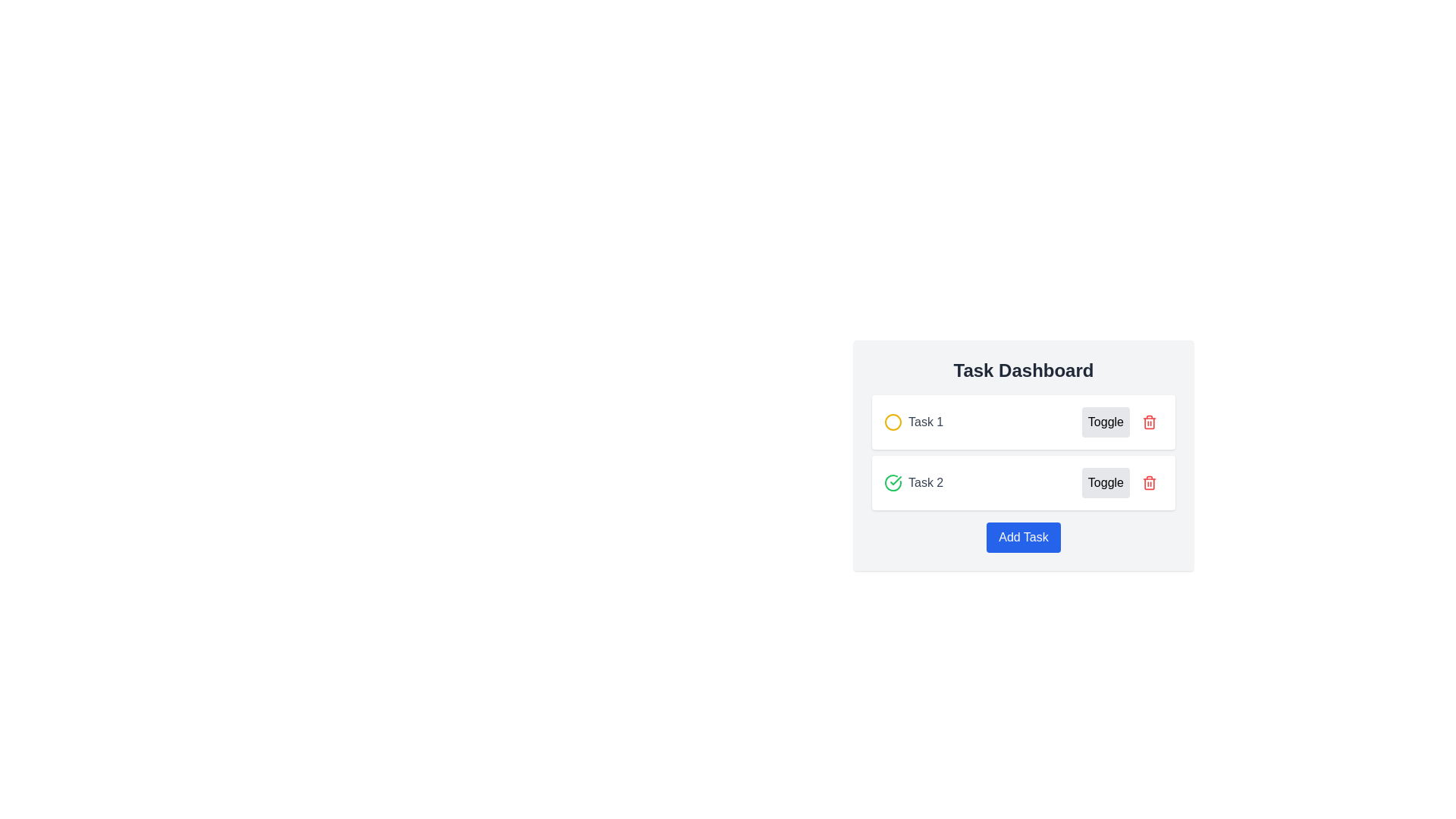  Describe the element at coordinates (913, 422) in the screenshot. I see `text content of the grayish 'Task 1' label located in the first task row of the task list under 'Task Dashboard', adjacent to a yellow circular icon` at that location.